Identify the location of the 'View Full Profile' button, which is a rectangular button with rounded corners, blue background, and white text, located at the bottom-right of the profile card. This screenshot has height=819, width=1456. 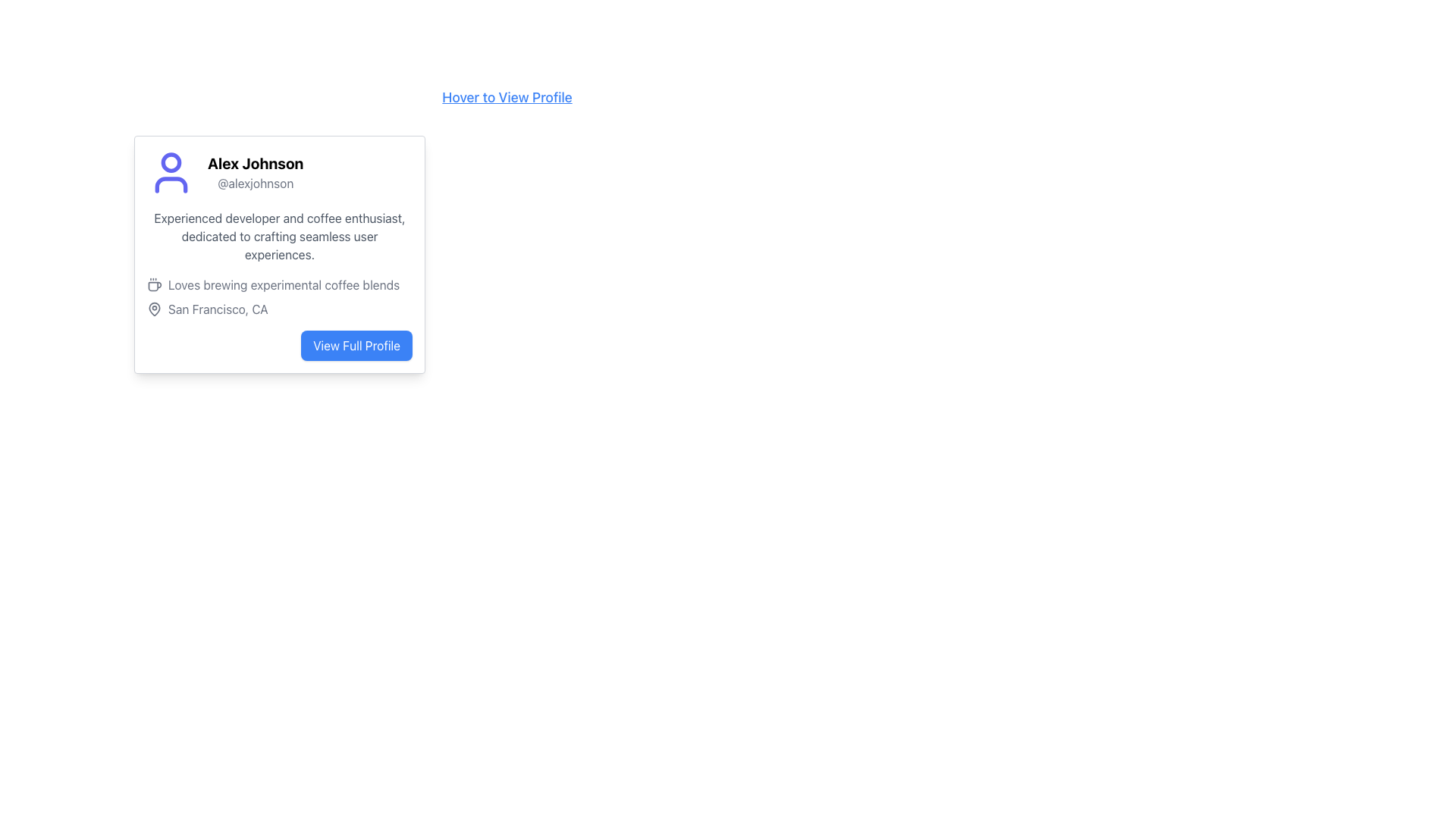
(356, 345).